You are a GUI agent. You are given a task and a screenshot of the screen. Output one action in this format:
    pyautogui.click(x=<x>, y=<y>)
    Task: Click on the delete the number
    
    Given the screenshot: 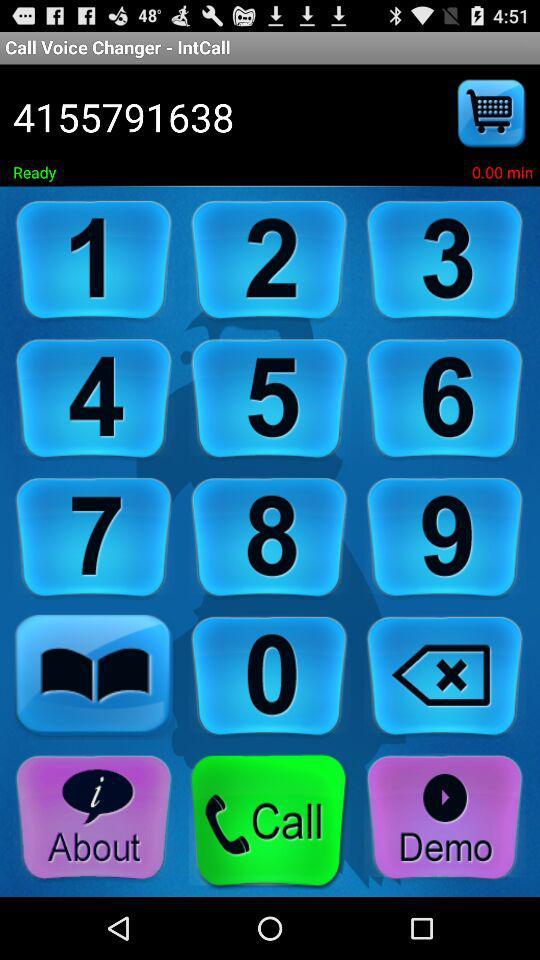 What is the action you would take?
    pyautogui.click(x=445, y=677)
    